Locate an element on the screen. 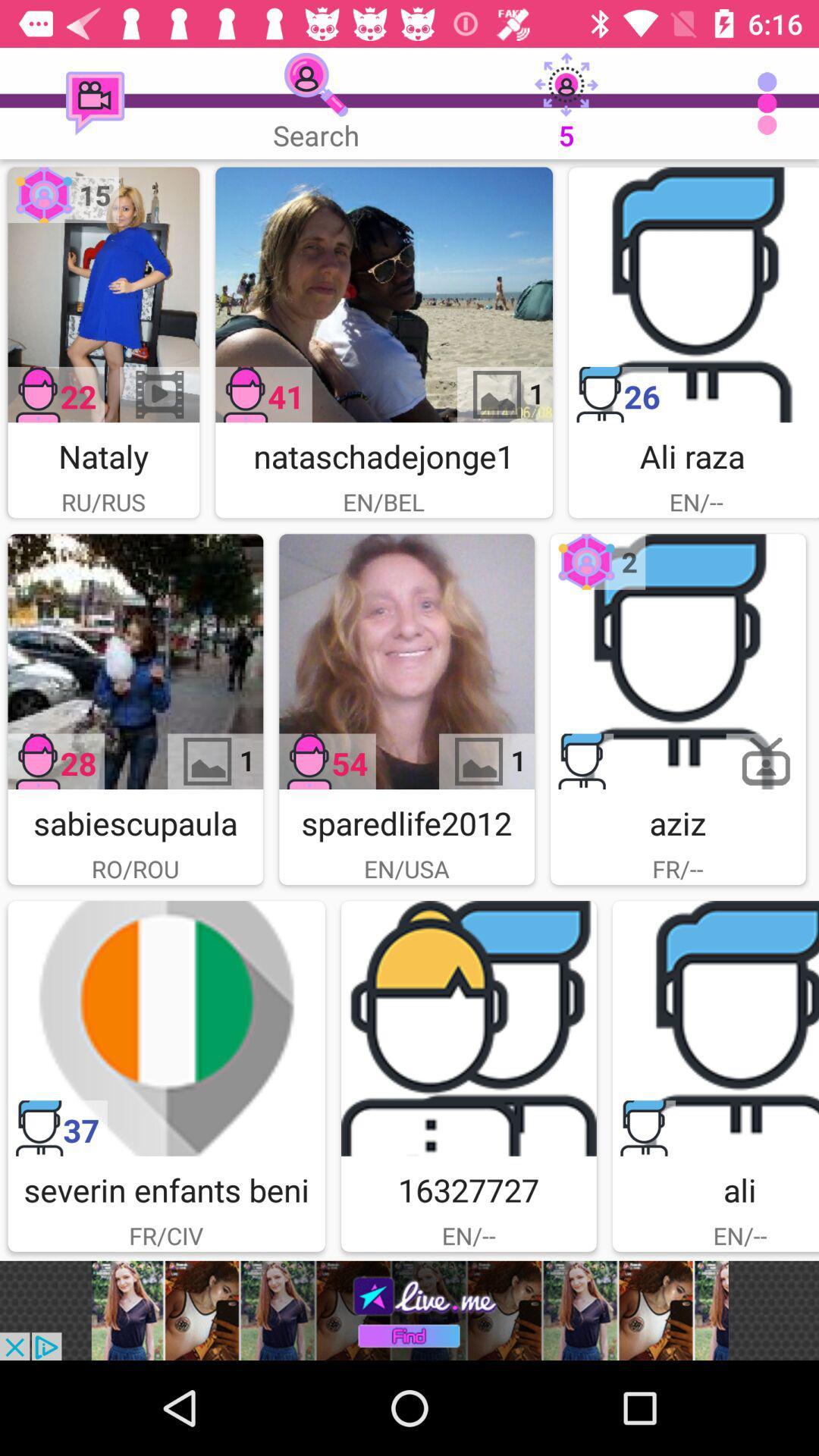 The image size is (819, 1456). user is located at coordinates (715, 1028).